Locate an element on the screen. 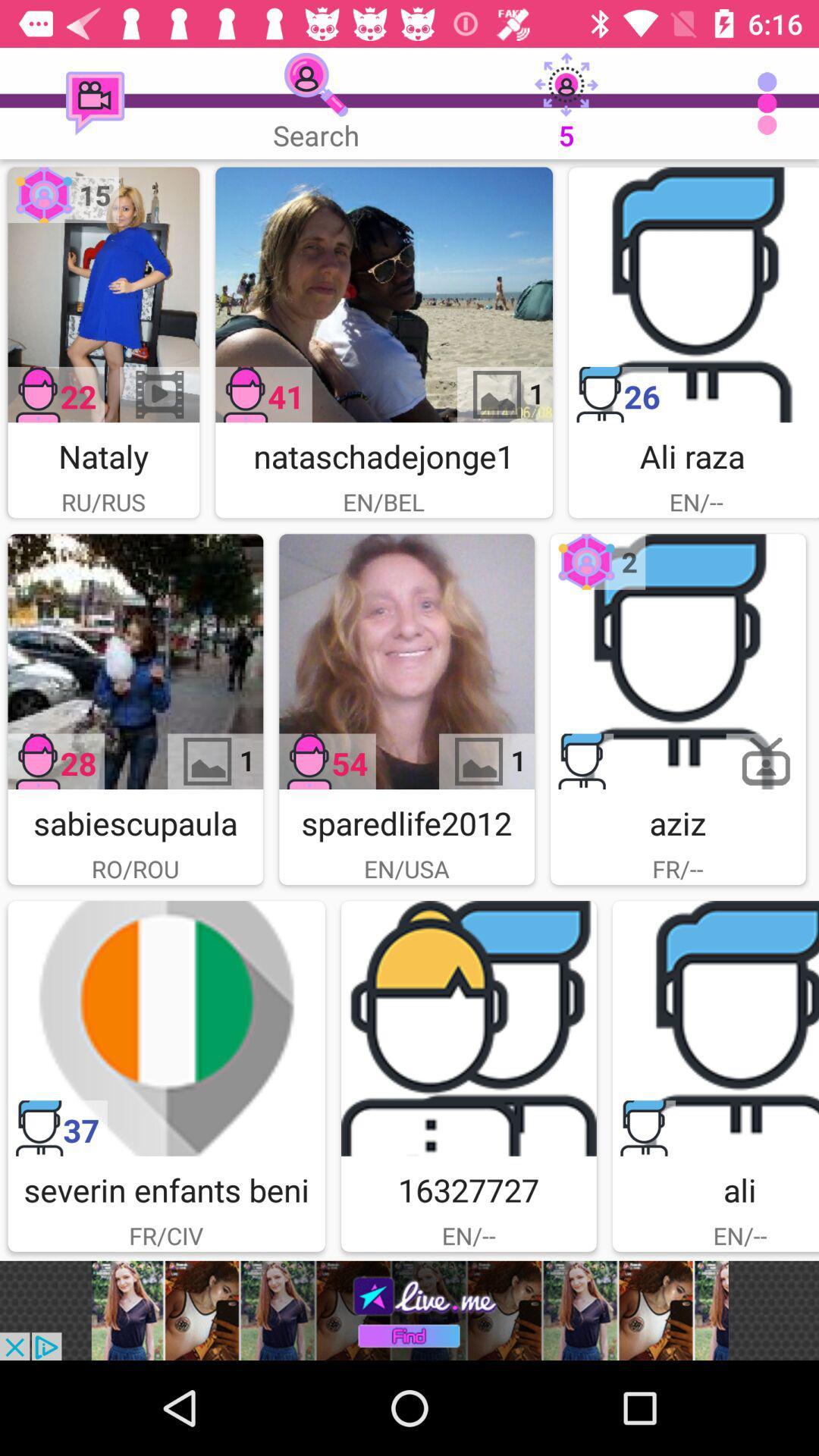 The image size is (819, 1456). user is located at coordinates (715, 1028).